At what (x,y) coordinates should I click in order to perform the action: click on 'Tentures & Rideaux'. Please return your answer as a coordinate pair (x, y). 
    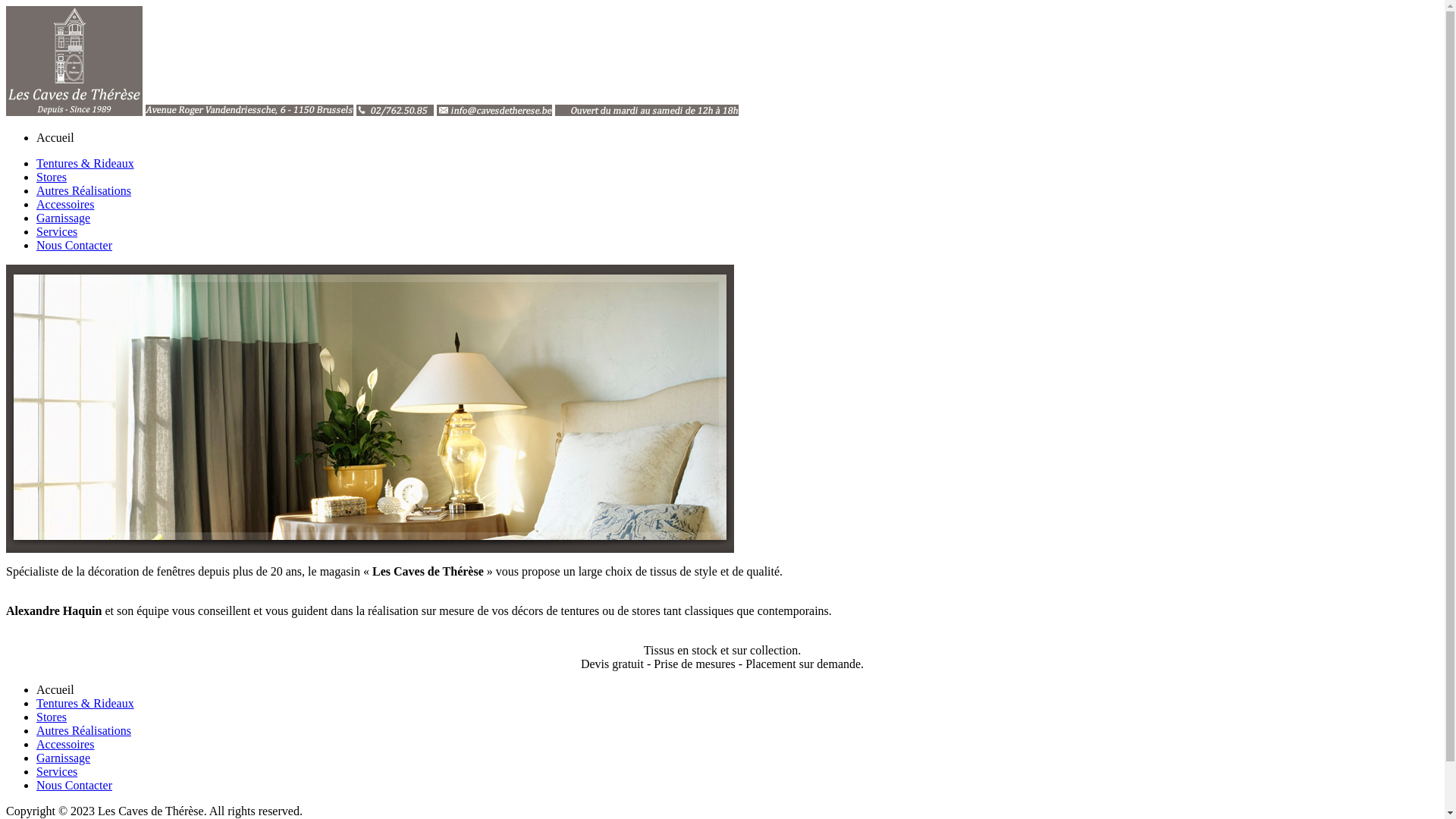
    Looking at the image, I should click on (36, 703).